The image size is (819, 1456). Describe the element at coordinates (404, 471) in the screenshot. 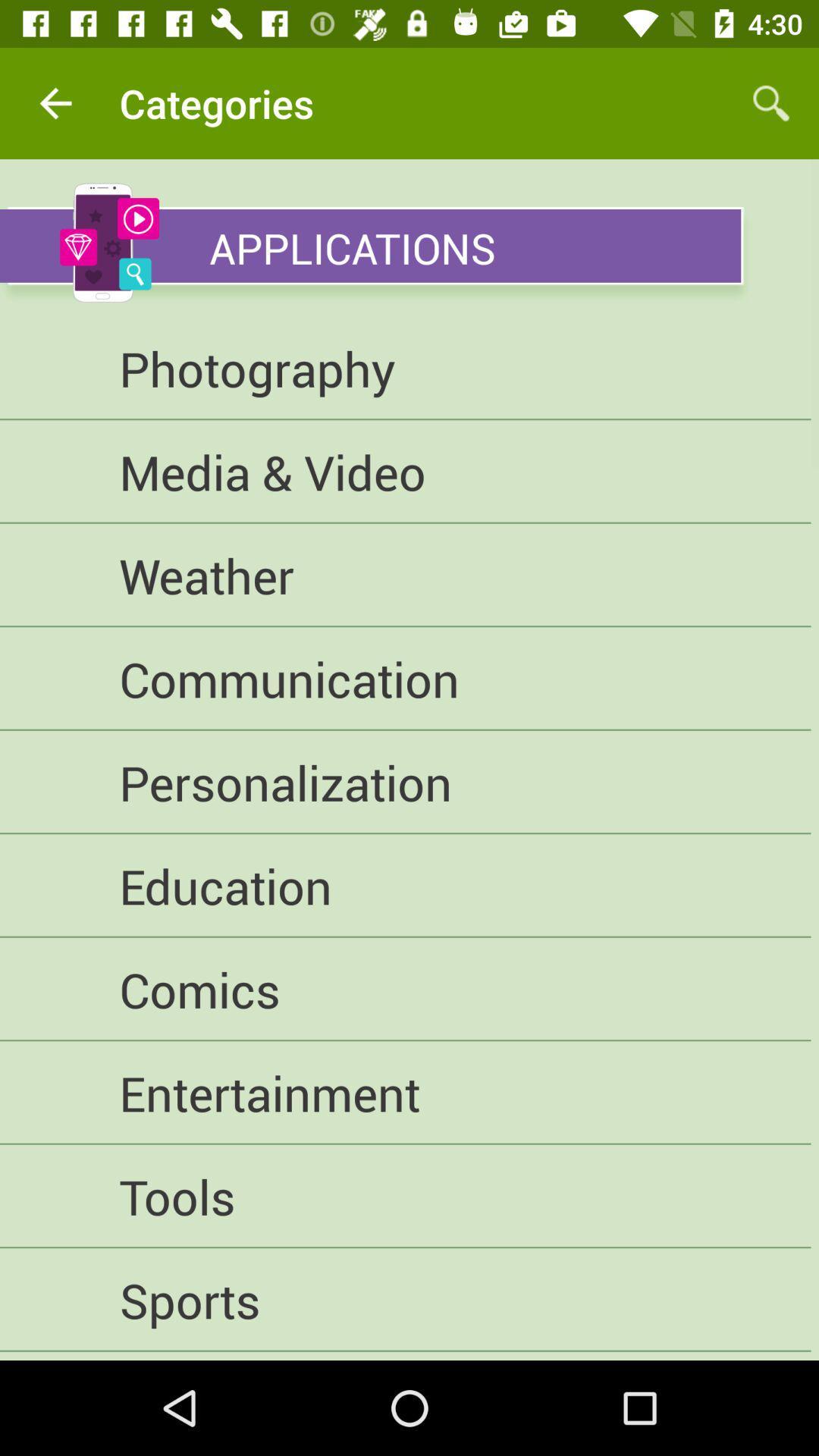

I see `the media & video` at that location.